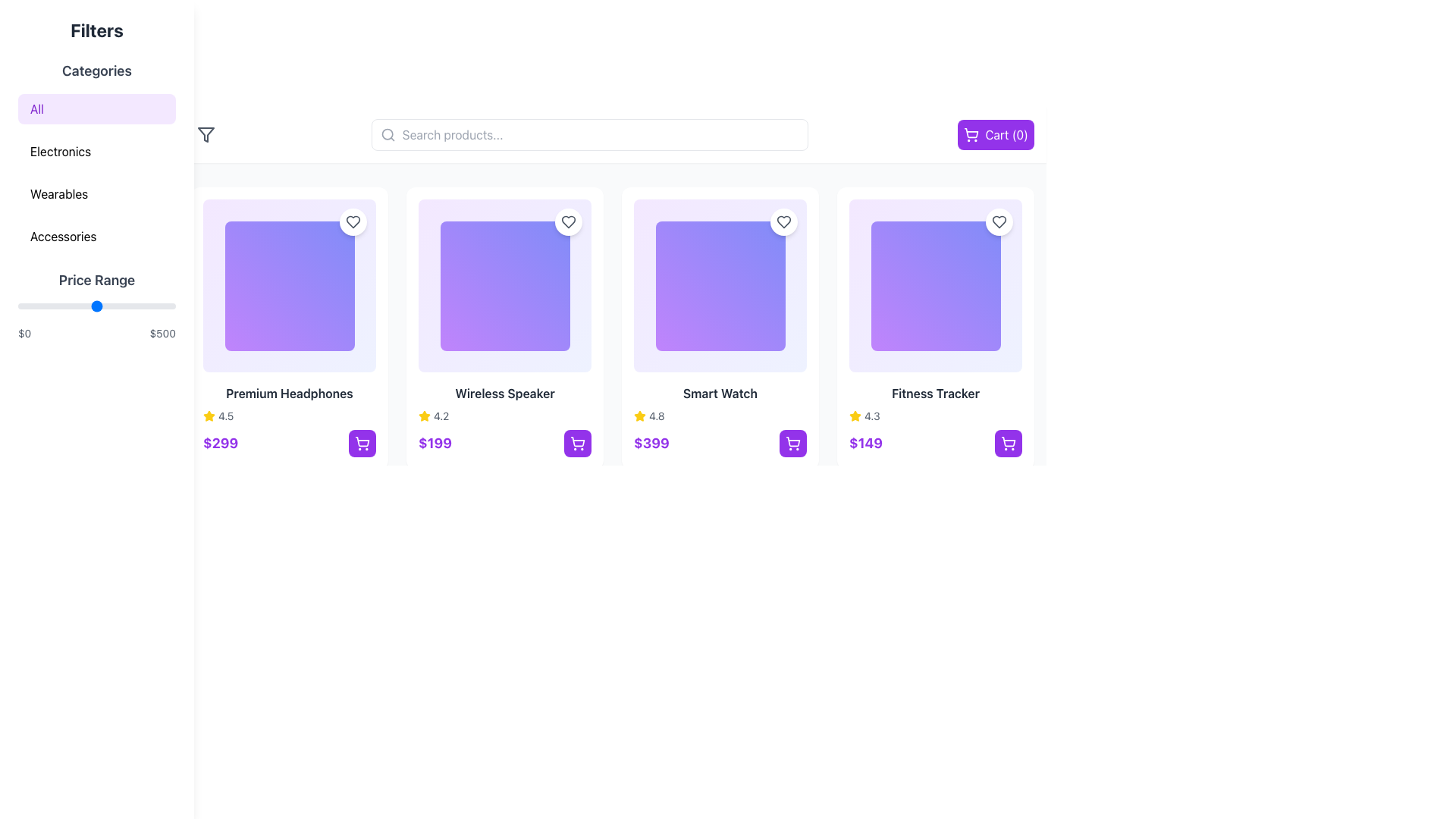 The image size is (1456, 819). What do you see at coordinates (934, 327) in the screenshot?
I see `the 'Fitness Tracker' product card located as the fourth item in the top row of the grid layout` at bounding box center [934, 327].